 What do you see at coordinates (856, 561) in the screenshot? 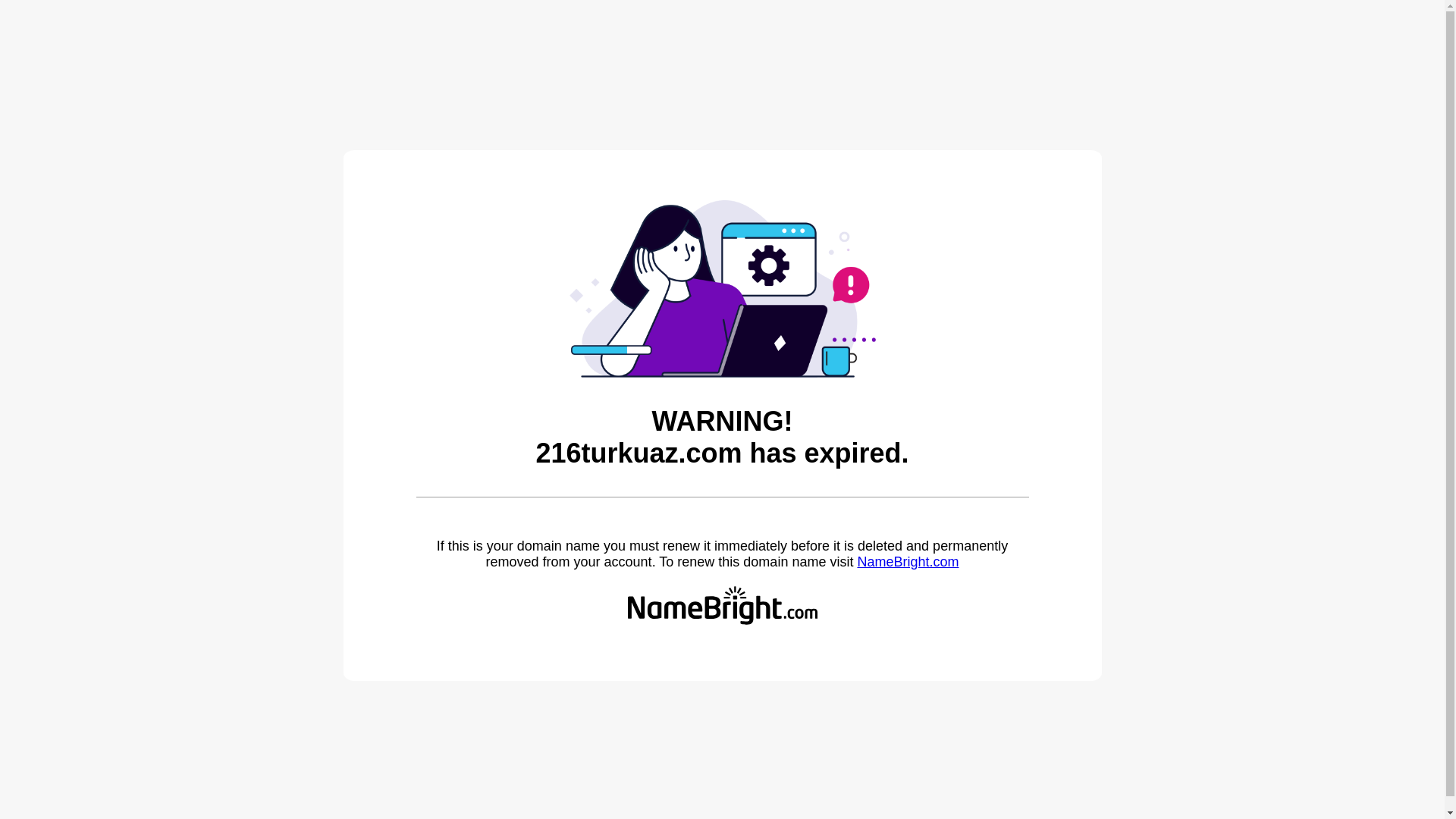
I see `'NameBright.com'` at bounding box center [856, 561].